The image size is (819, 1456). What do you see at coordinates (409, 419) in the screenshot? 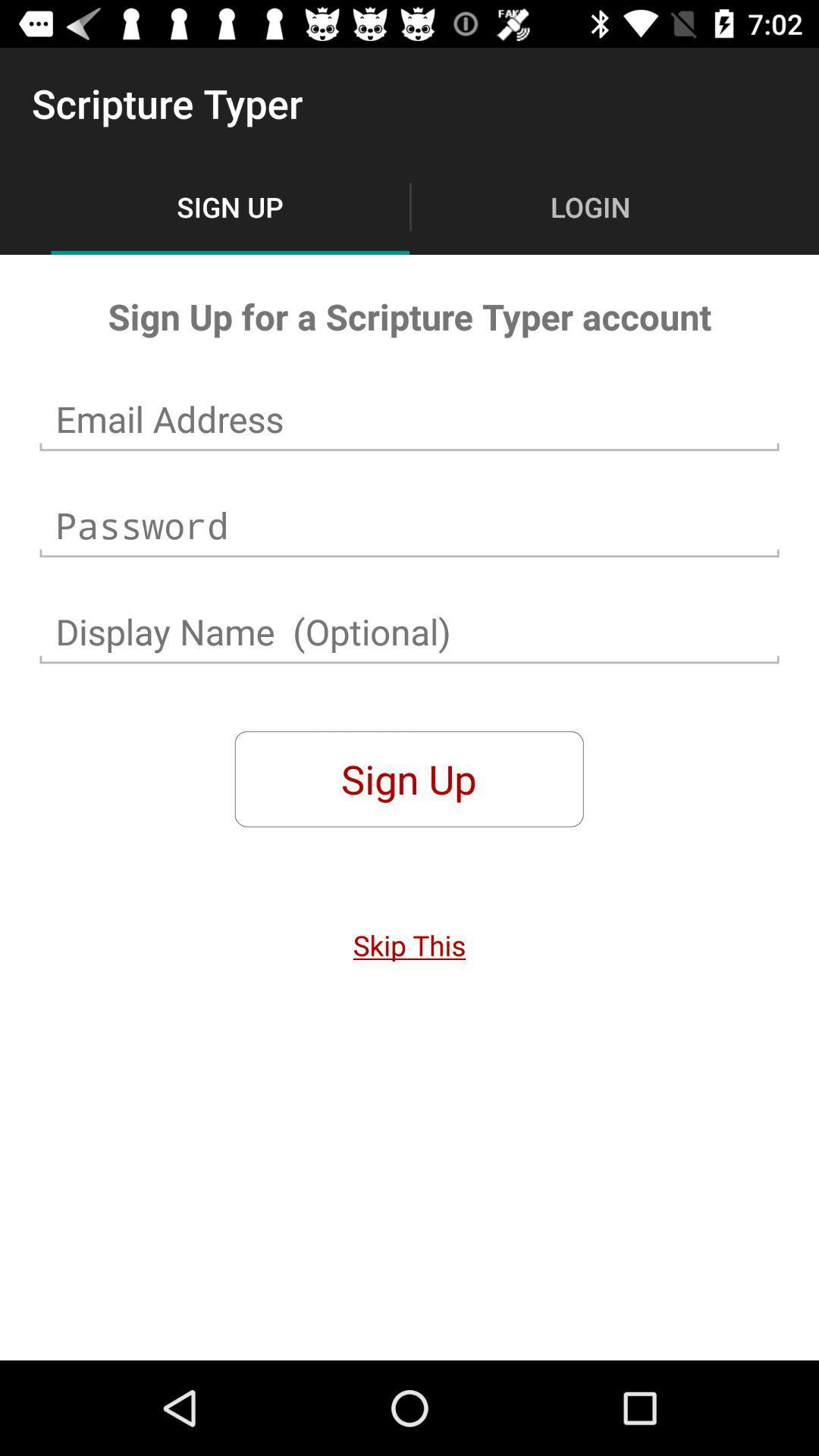
I see `email address option` at bounding box center [409, 419].